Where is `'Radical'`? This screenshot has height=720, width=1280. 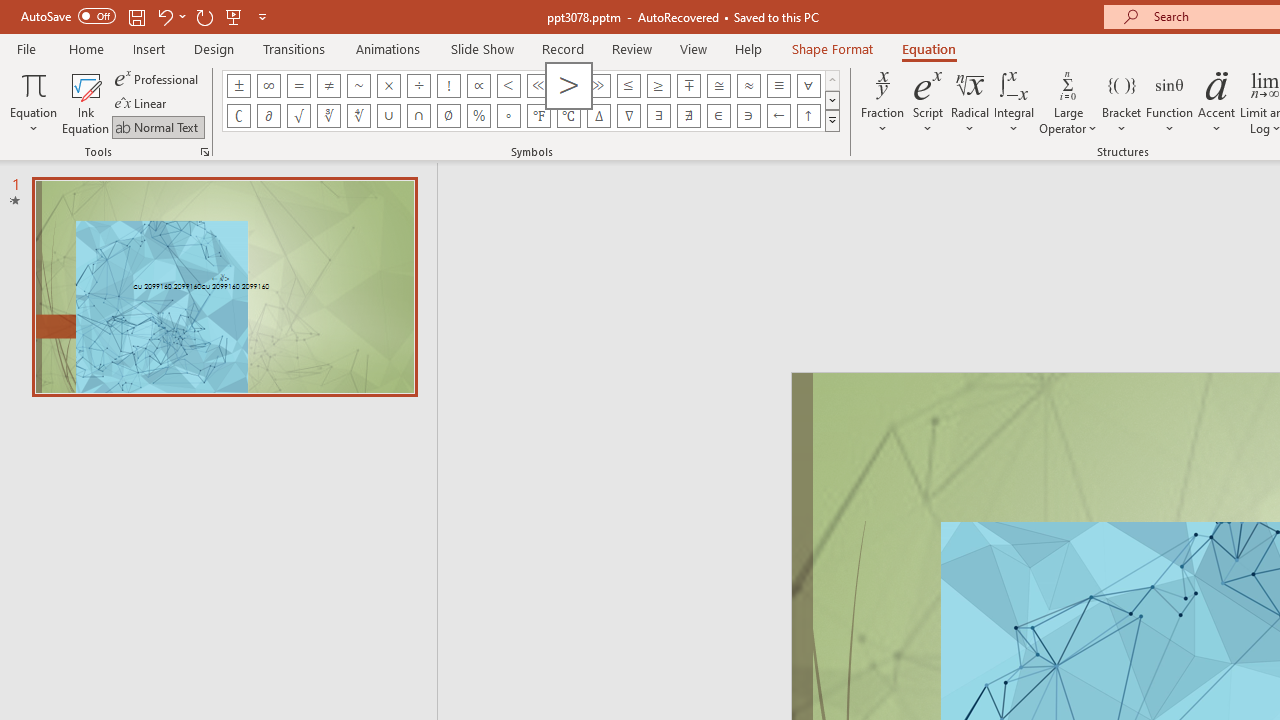 'Radical' is located at coordinates (970, 103).